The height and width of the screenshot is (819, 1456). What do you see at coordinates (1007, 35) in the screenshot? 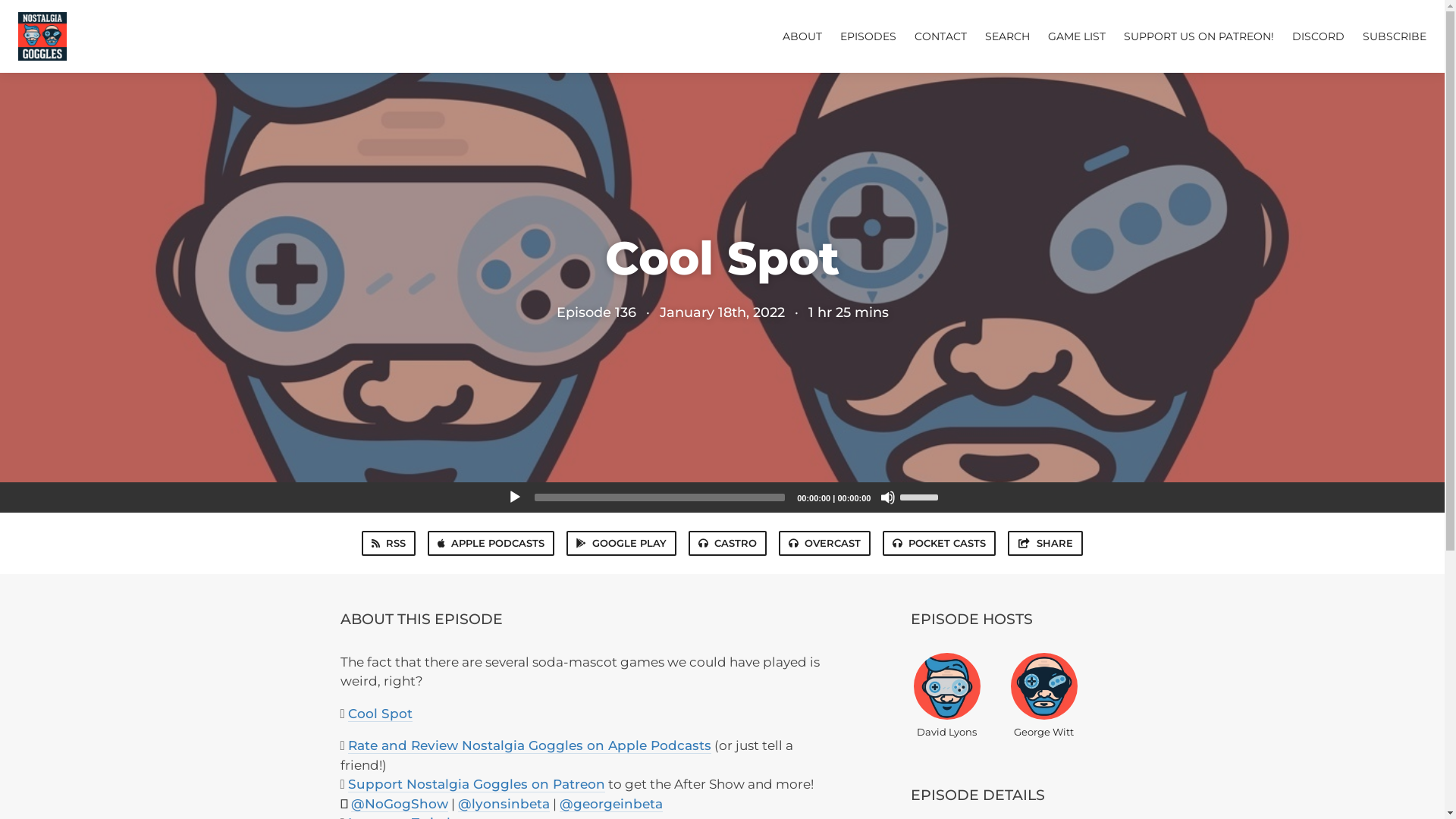
I see `'SEARCH'` at bounding box center [1007, 35].